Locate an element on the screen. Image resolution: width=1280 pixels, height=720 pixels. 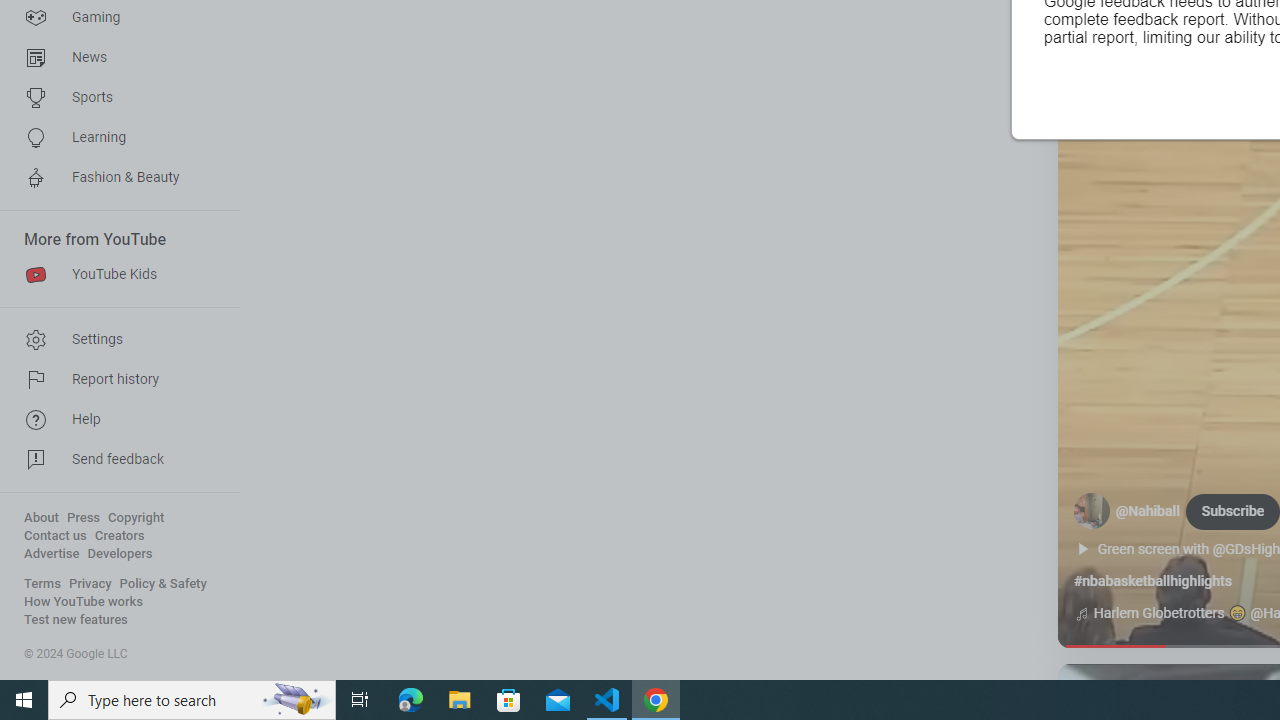
'Privacy' is located at coordinates (89, 584).